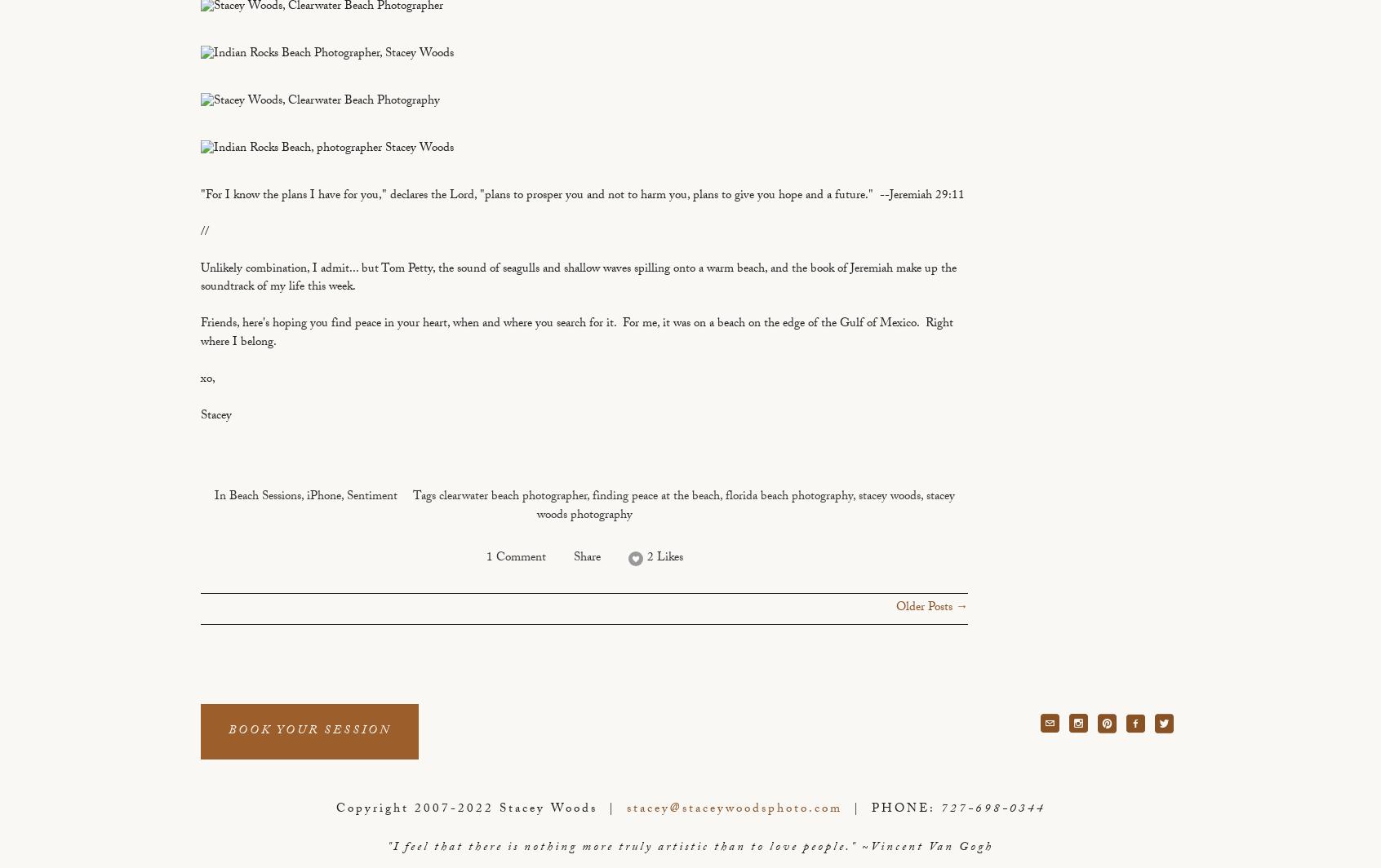 The width and height of the screenshot is (1381, 868). What do you see at coordinates (229, 731) in the screenshot?
I see `'BOOK YOUR SESSION'` at bounding box center [229, 731].